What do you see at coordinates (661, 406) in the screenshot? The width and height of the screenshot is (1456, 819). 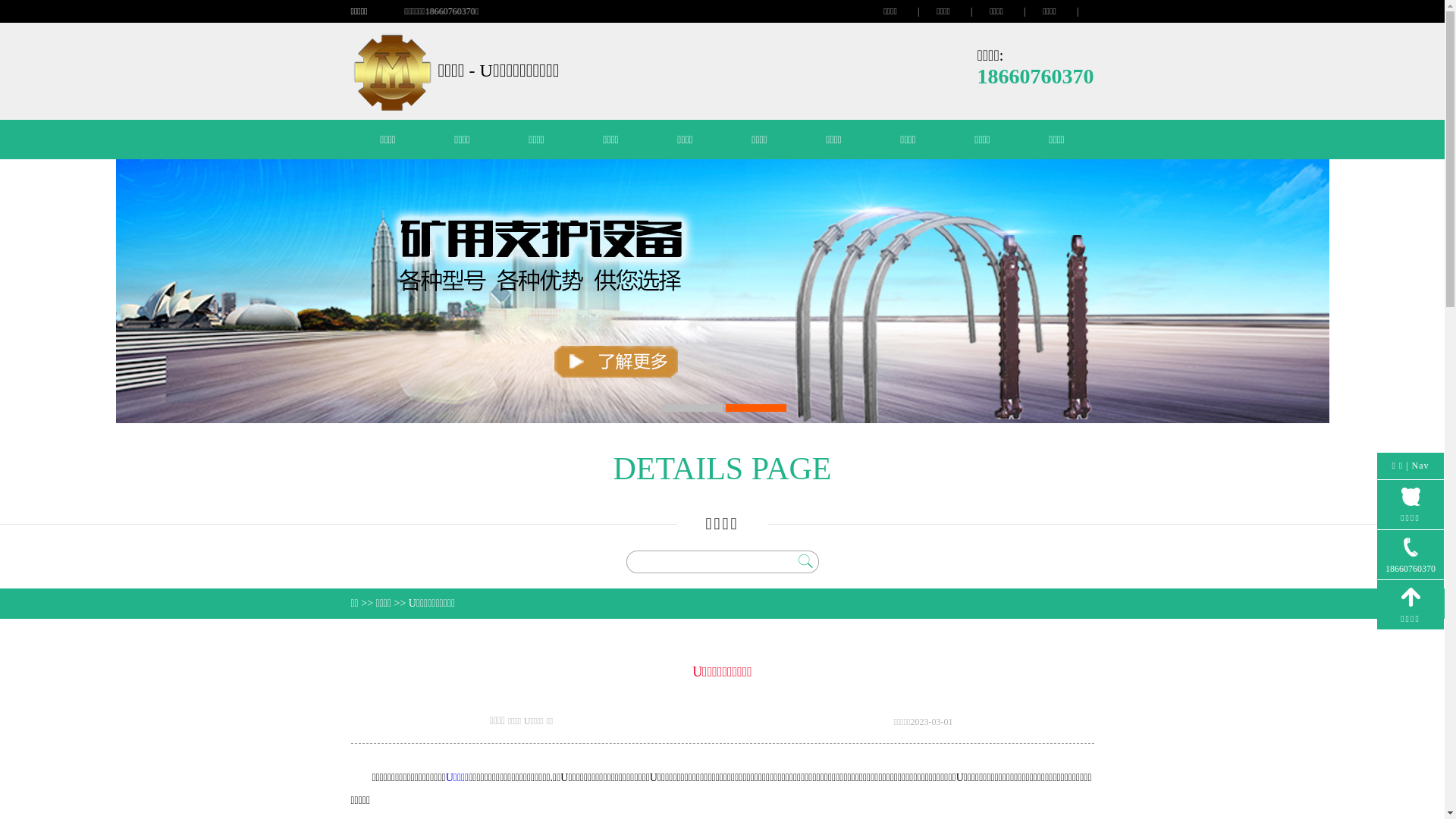 I see `'1'` at bounding box center [661, 406].